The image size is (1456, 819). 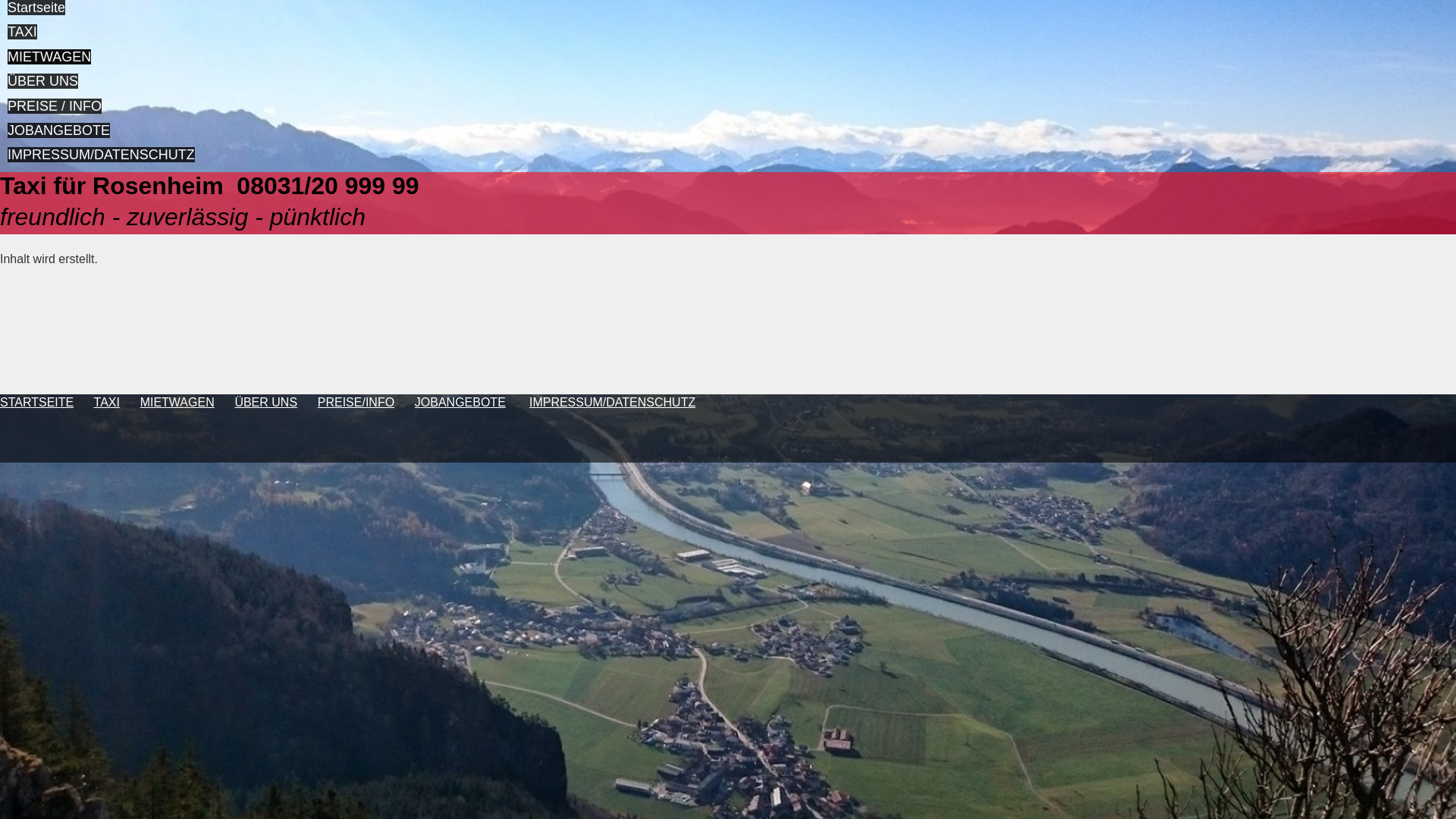 I want to click on 'MIETWAGEN', so click(x=49, y=55).